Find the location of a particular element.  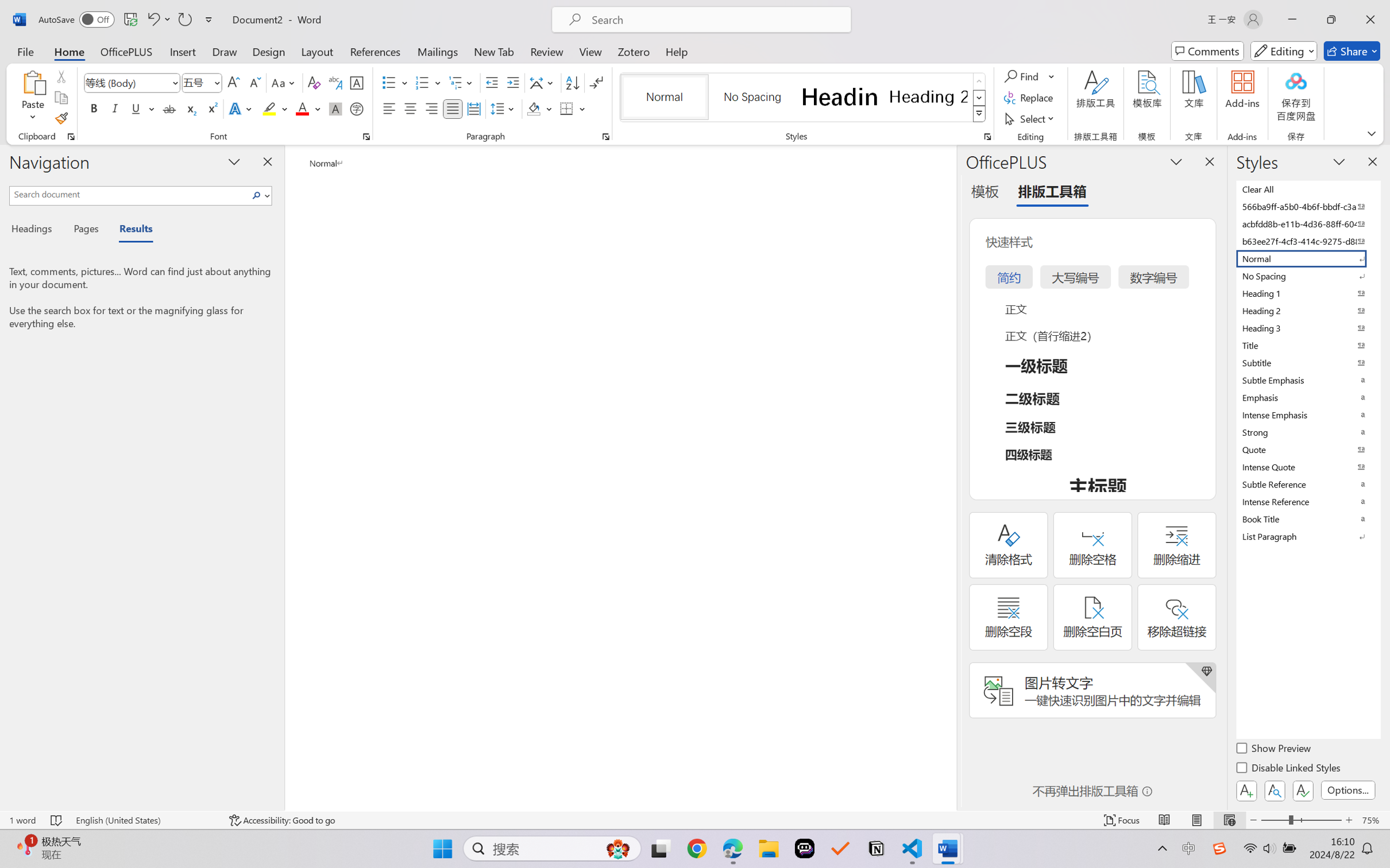

'Heading 1' is located at coordinates (839, 96).